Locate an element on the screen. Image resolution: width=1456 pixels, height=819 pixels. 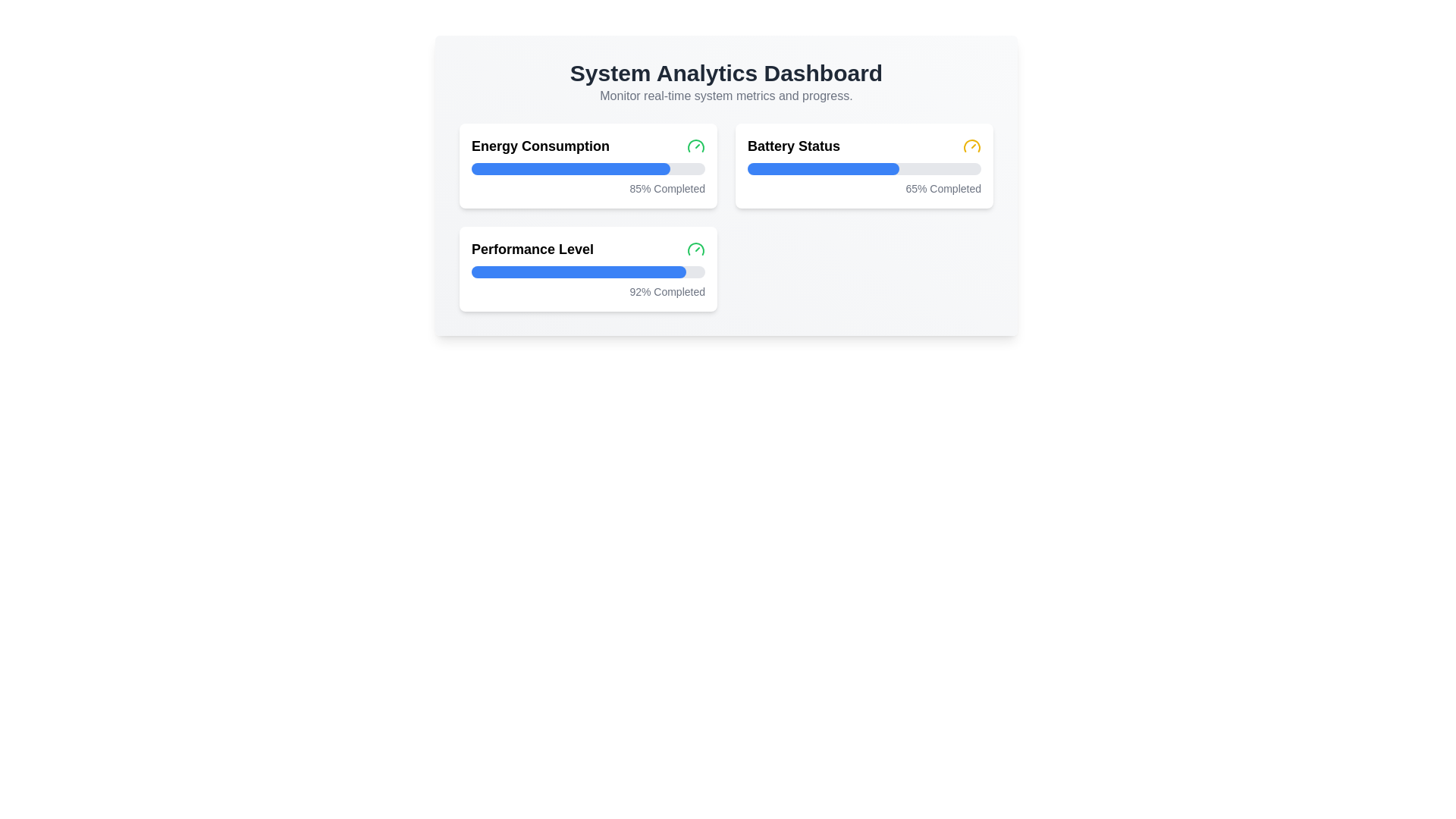
heading element 'System Analytics Dashboard' positioned at the top-center of the interface for context is located at coordinates (726, 73).